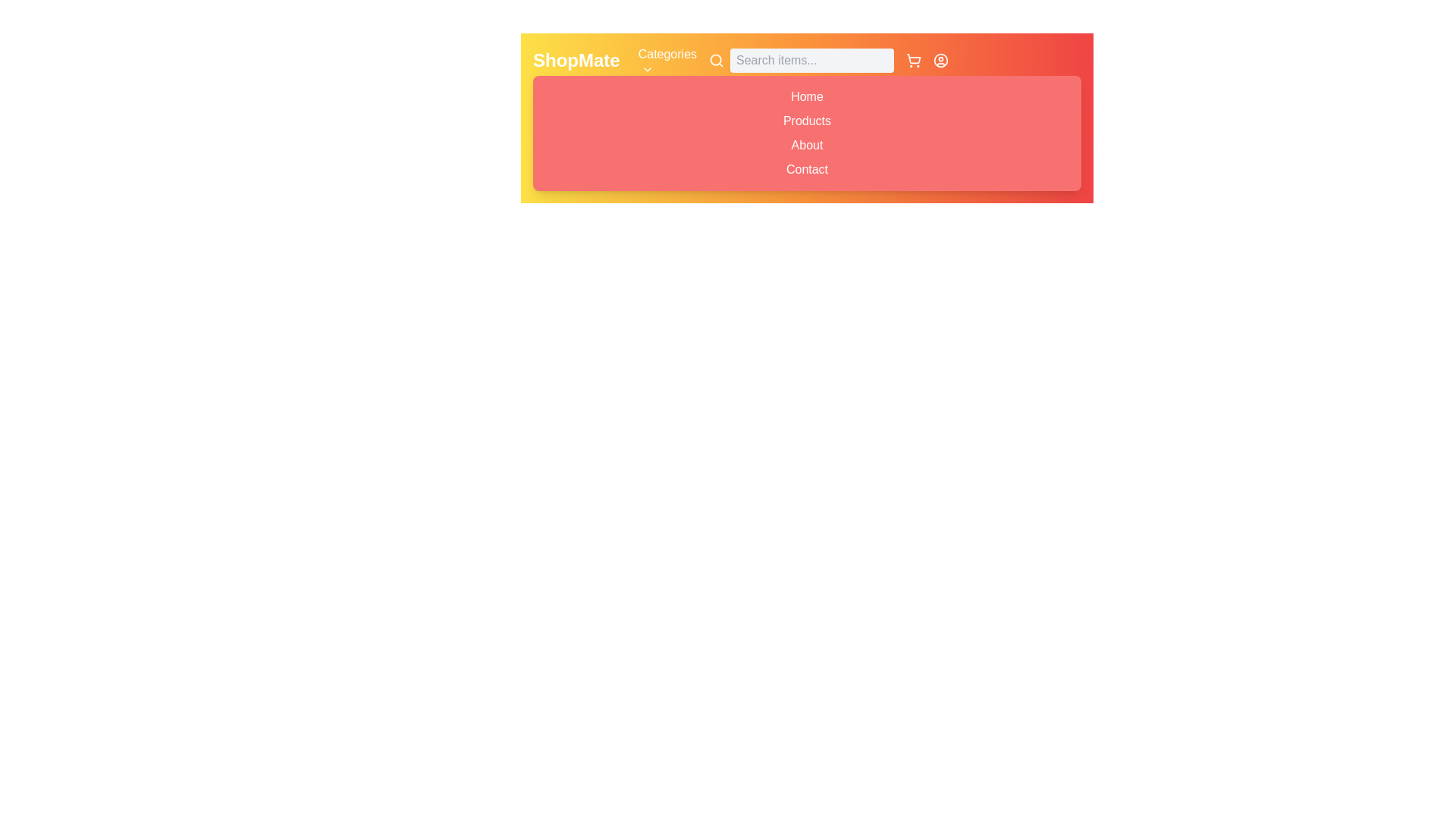 The height and width of the screenshot is (819, 1456). I want to click on the Navigation link positioned third in the vertical menu stack, so click(806, 146).